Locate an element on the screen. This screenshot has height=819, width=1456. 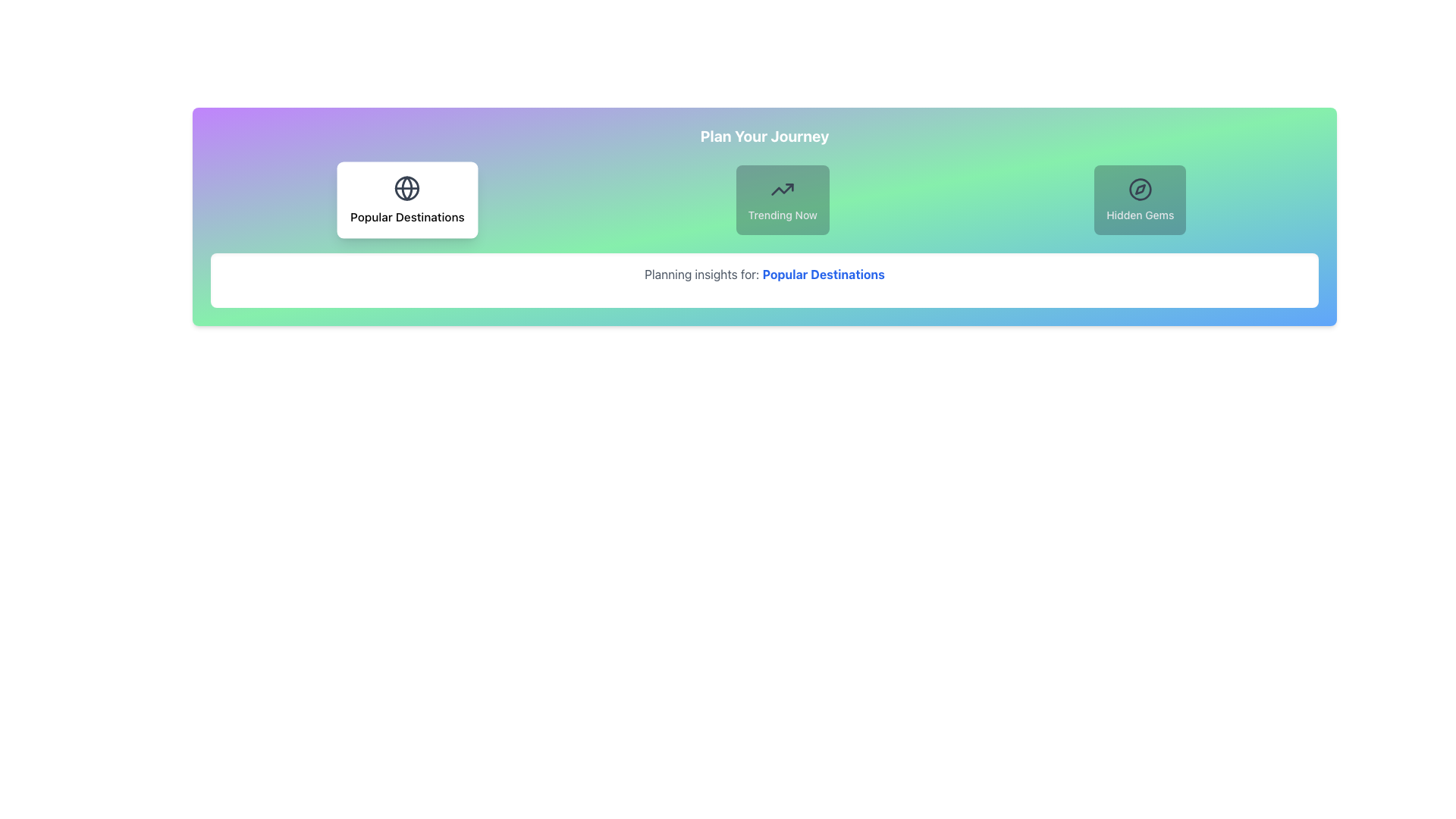
the decorative vector graphic representing a globe in the 'Popular Destinations' section, located to the left of the 'Plan Your Journey' title is located at coordinates (407, 187).